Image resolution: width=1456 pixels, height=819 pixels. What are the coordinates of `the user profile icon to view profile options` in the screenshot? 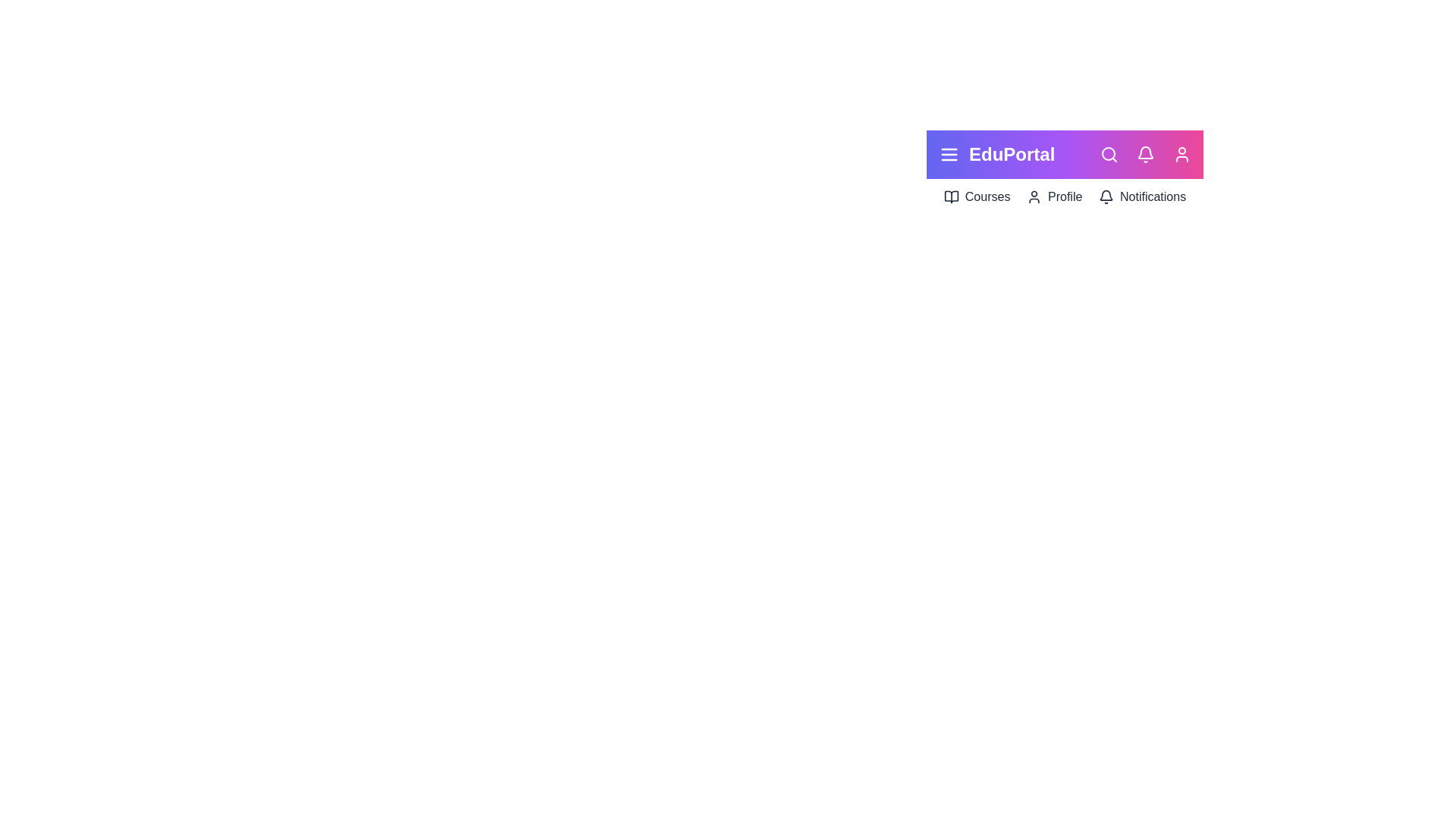 It's located at (1181, 155).